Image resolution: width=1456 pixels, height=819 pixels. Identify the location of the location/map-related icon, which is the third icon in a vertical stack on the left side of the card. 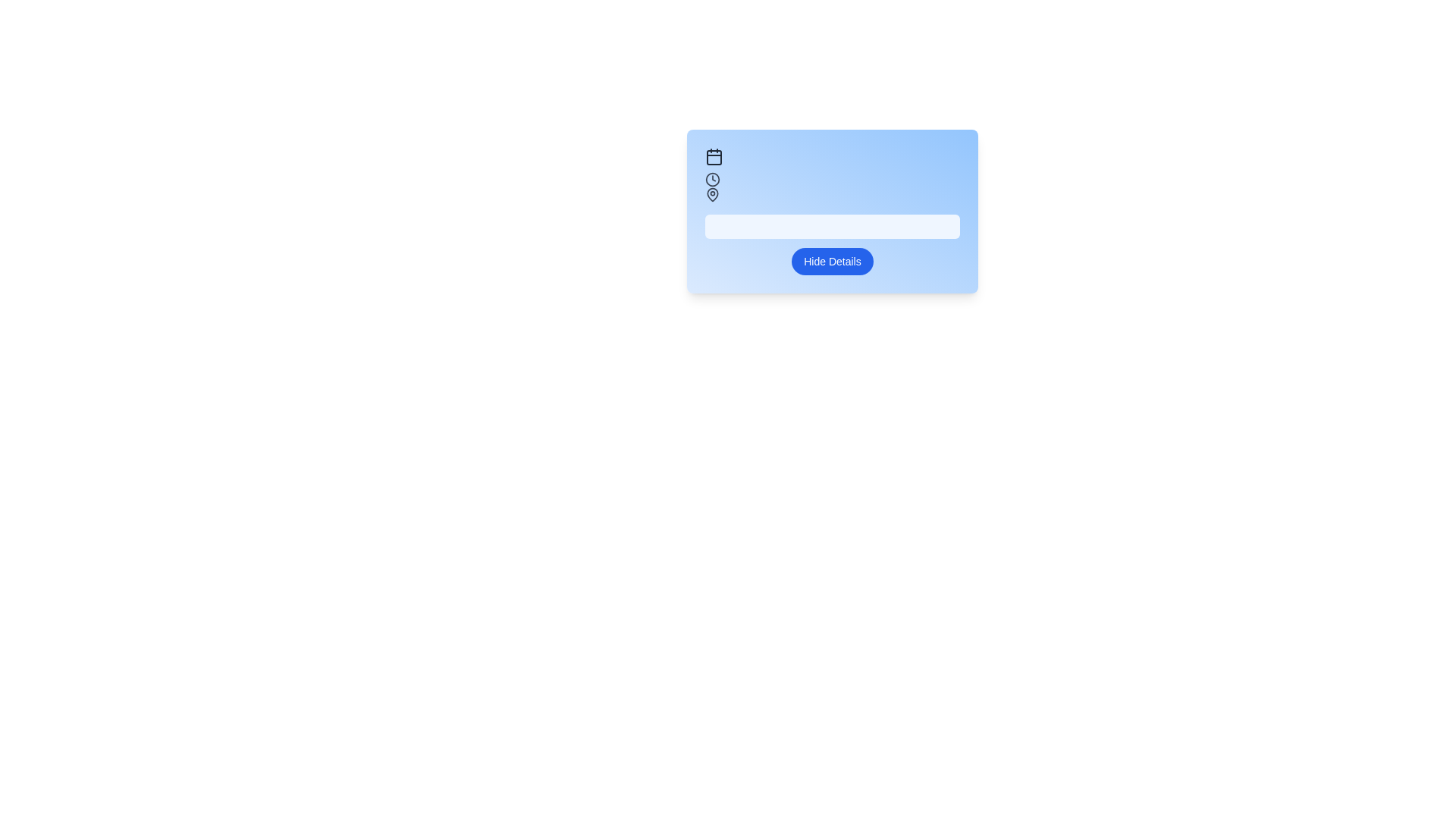
(712, 194).